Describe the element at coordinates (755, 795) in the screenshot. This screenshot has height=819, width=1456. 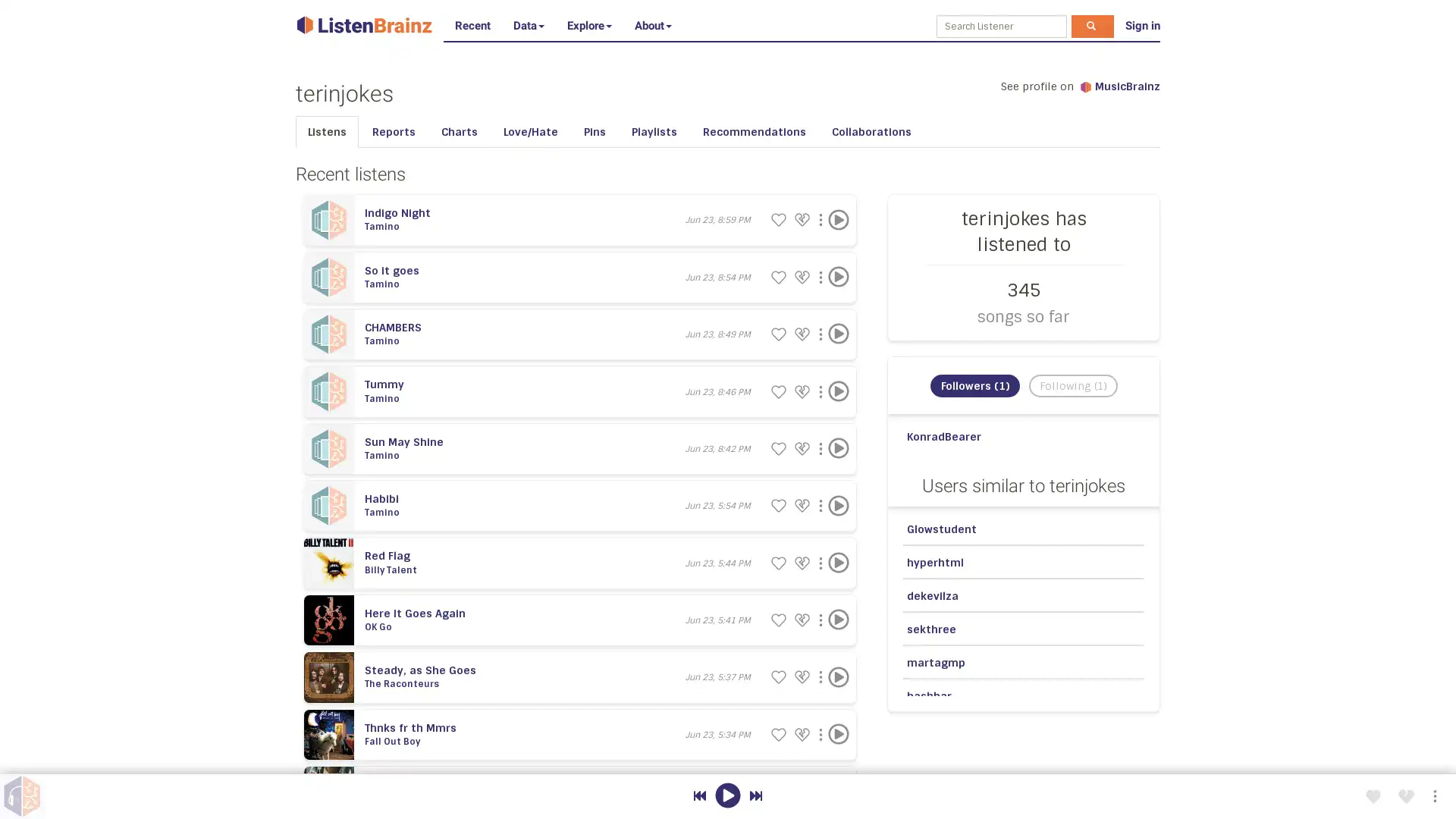
I see `Next` at that location.